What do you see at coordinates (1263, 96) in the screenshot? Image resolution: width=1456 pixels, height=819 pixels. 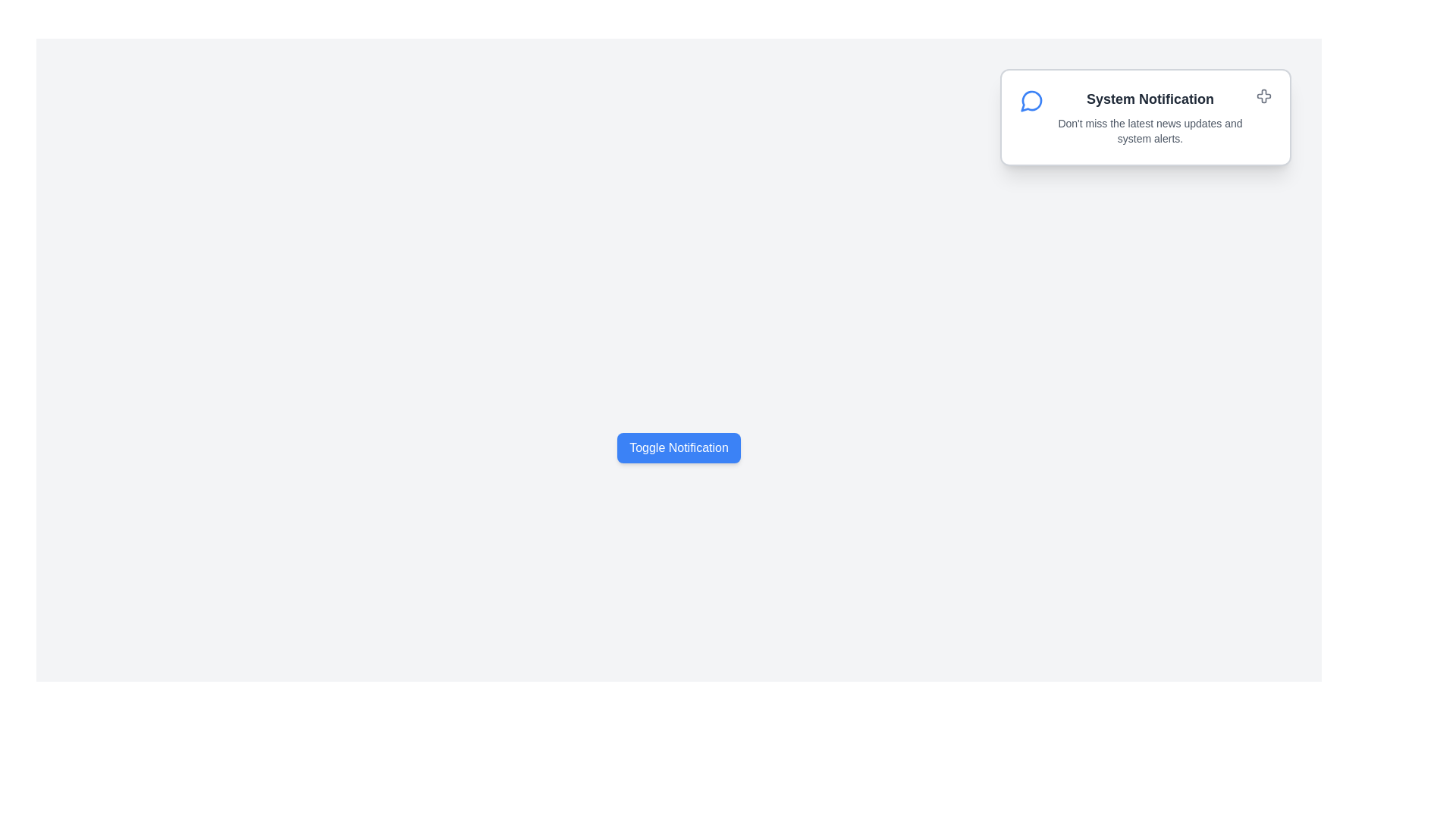 I see `the small square button with a cross icon inside, located at the top-right corner of the notification card` at bounding box center [1263, 96].